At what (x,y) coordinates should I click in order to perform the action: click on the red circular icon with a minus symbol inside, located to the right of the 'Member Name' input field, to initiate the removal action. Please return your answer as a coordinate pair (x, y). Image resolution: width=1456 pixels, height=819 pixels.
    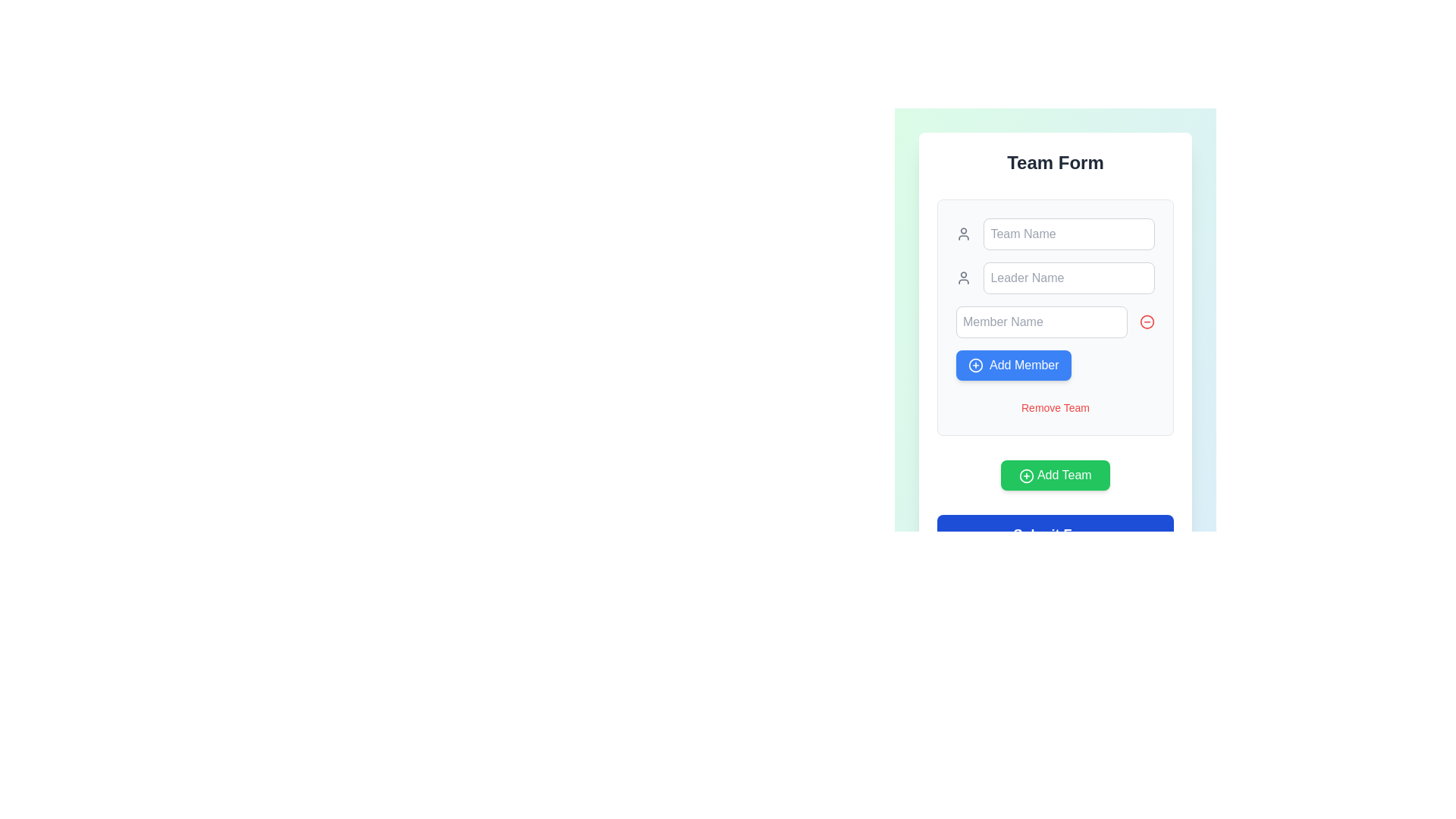
    Looking at the image, I should click on (1147, 321).